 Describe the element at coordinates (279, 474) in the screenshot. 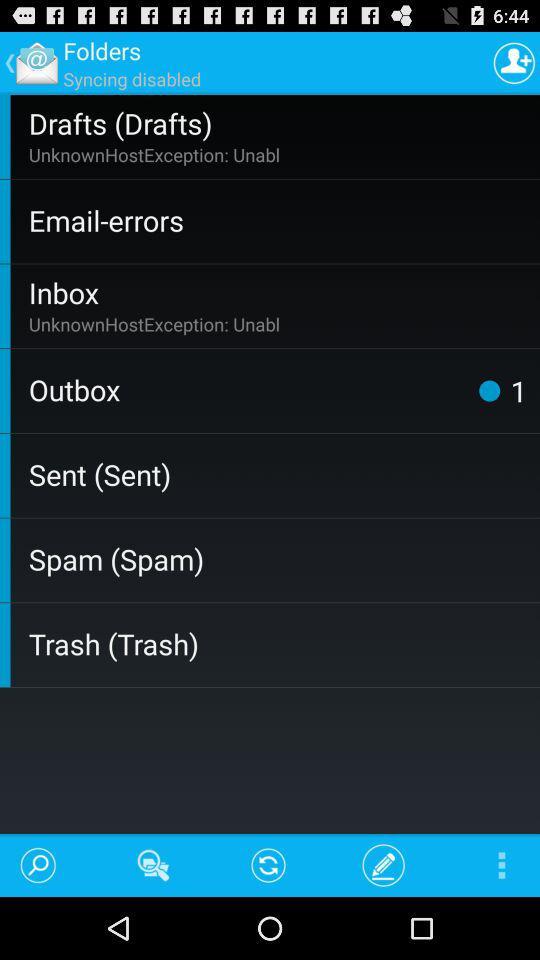

I see `the sent (sent) item` at that location.